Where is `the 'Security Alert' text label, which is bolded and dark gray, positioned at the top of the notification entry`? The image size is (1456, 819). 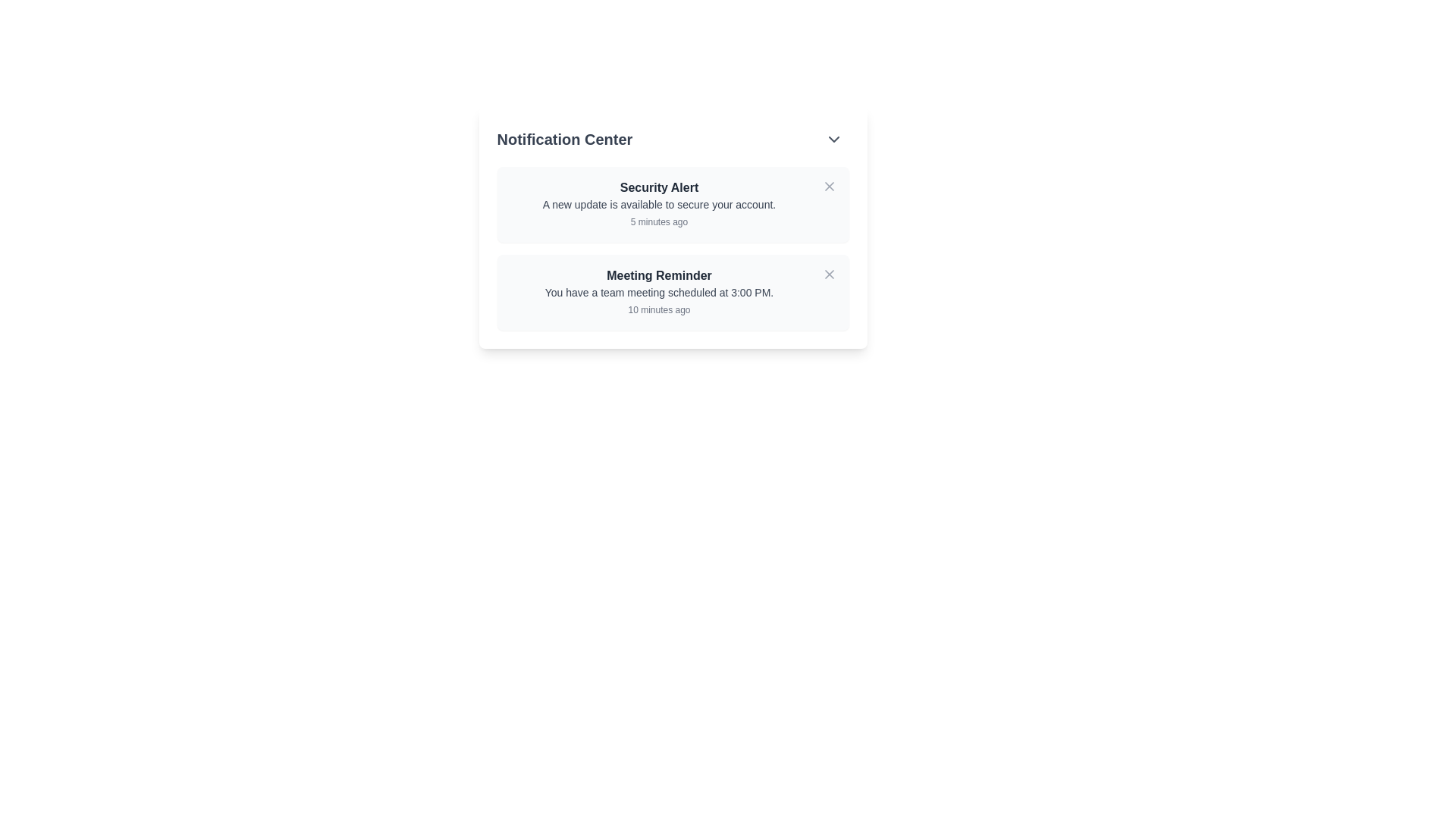
the 'Security Alert' text label, which is bolded and dark gray, positioned at the top of the notification entry is located at coordinates (659, 187).